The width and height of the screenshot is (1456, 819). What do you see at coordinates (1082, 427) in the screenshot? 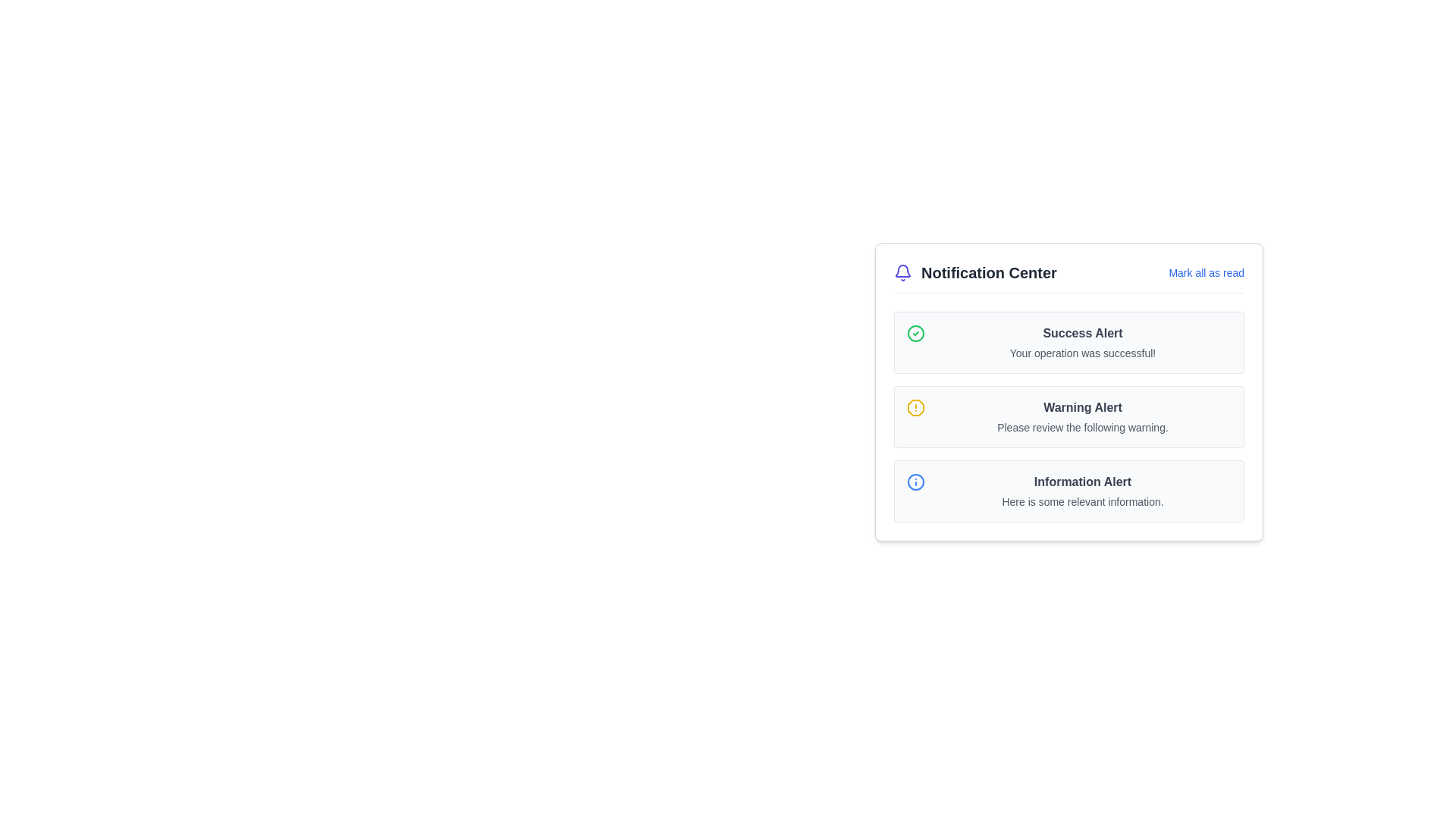
I see `the descriptive text content located beneath the 'Warning Alert' heading in the 'Notification Center' notification card` at bounding box center [1082, 427].